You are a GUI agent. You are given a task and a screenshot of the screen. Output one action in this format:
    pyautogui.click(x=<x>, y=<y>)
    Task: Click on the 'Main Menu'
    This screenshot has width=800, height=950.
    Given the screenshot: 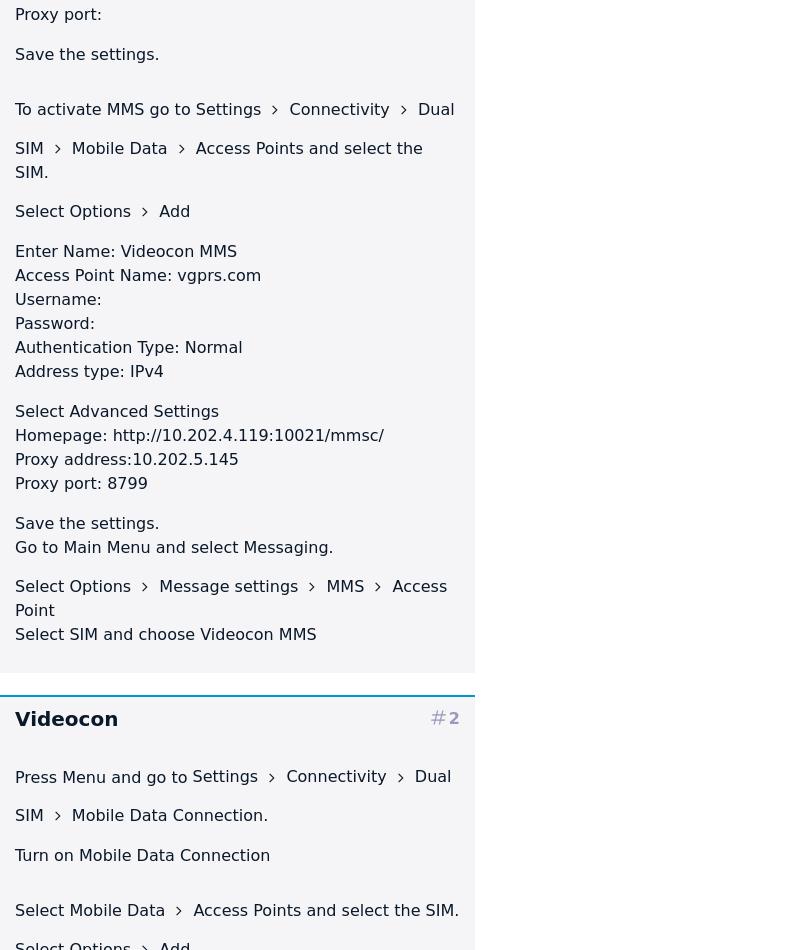 What is the action you would take?
    pyautogui.click(x=62, y=546)
    